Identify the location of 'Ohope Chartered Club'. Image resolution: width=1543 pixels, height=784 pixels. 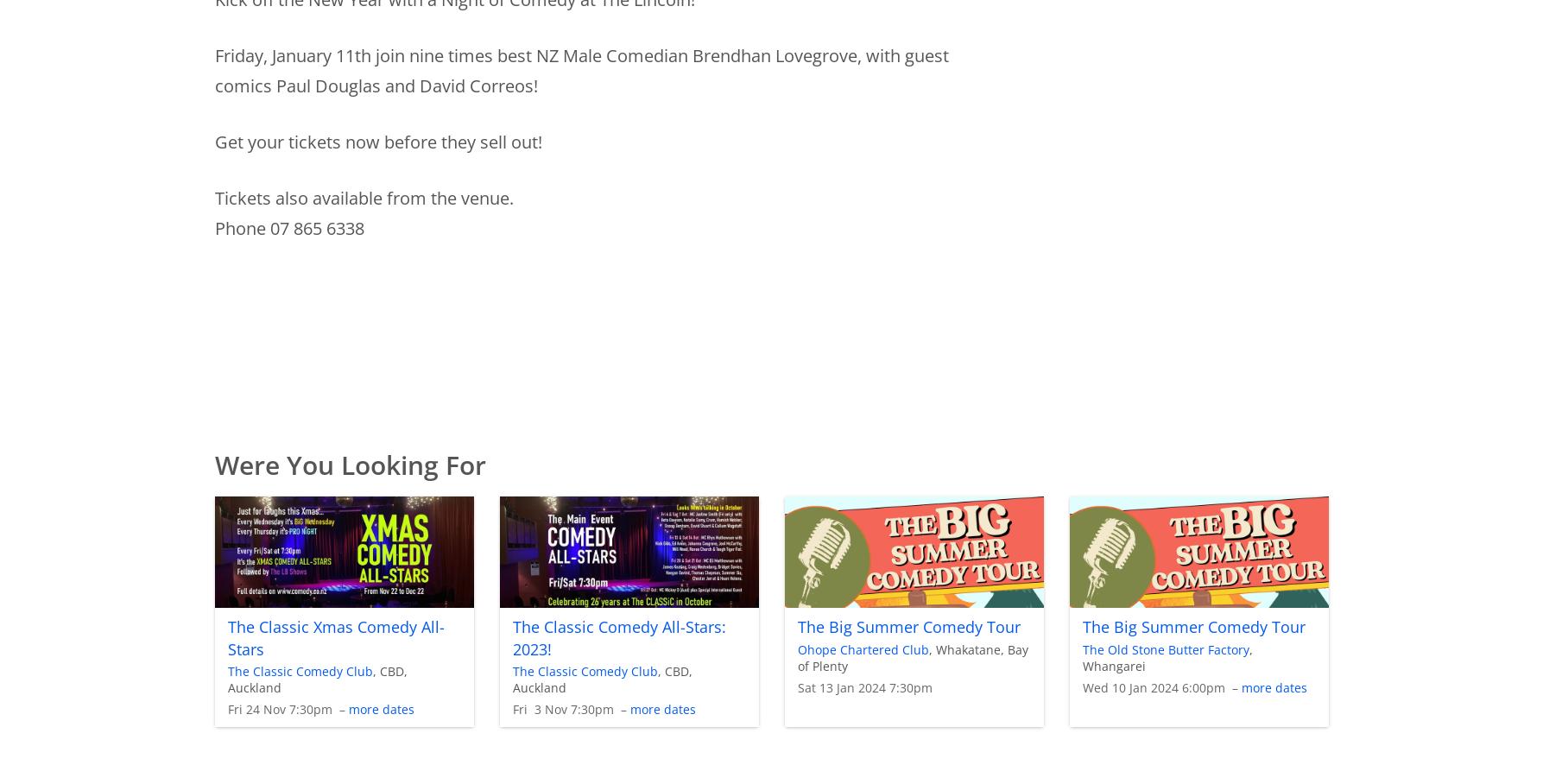
(861, 648).